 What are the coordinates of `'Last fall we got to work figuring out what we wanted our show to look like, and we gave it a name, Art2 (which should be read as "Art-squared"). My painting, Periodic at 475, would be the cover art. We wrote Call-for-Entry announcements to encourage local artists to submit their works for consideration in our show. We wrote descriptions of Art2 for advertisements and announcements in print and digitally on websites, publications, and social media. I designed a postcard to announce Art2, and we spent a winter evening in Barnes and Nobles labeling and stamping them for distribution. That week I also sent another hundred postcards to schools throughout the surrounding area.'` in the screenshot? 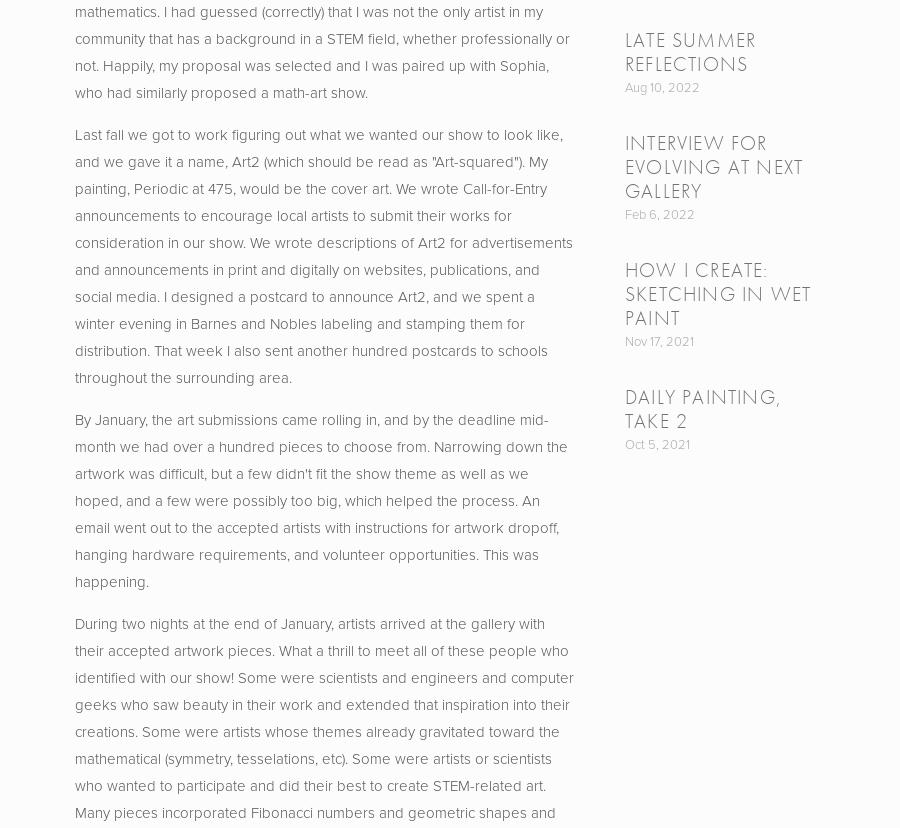 It's located at (323, 254).